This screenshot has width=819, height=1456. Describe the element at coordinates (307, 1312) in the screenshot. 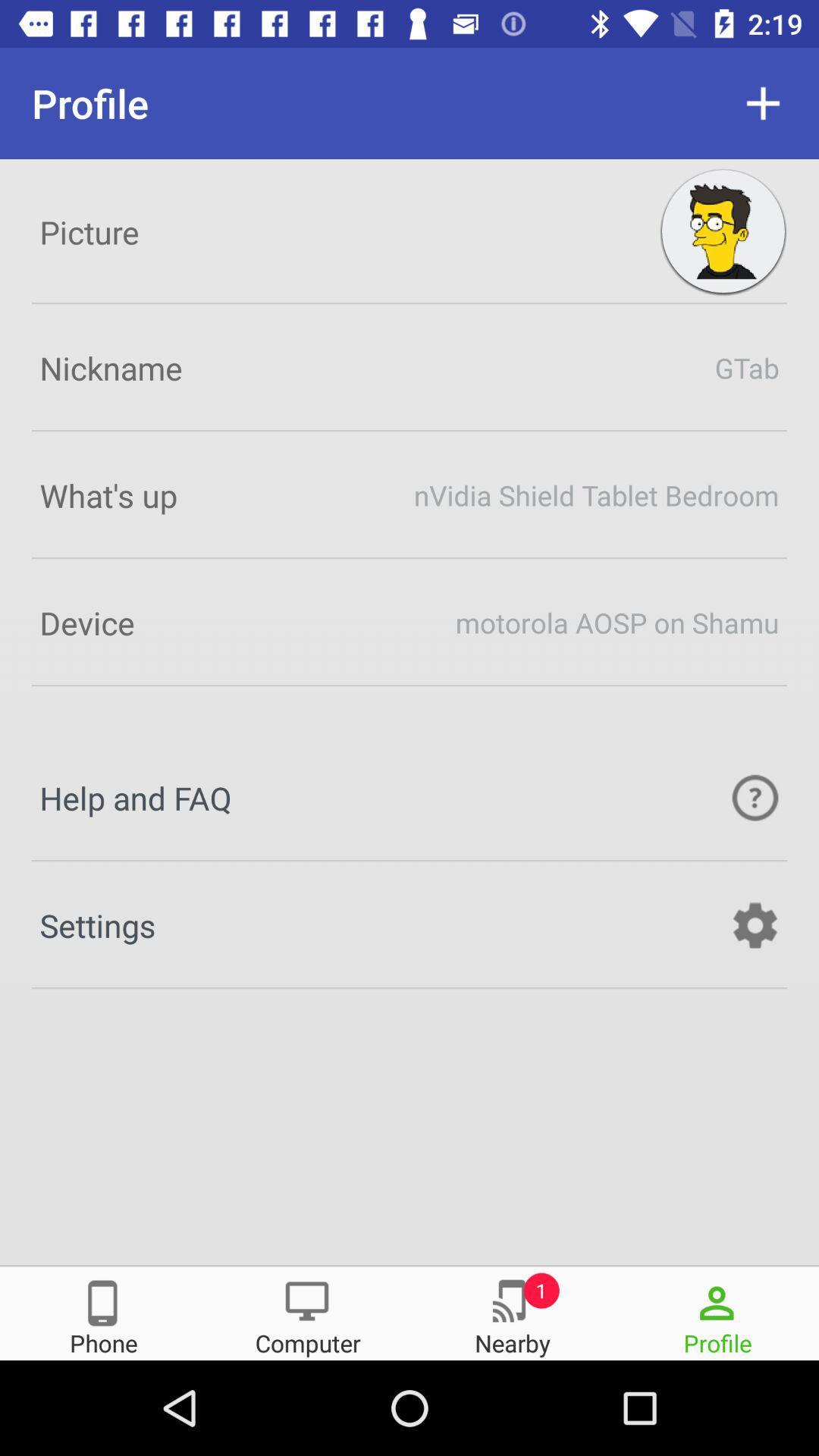

I see `the right of phone icon` at that location.